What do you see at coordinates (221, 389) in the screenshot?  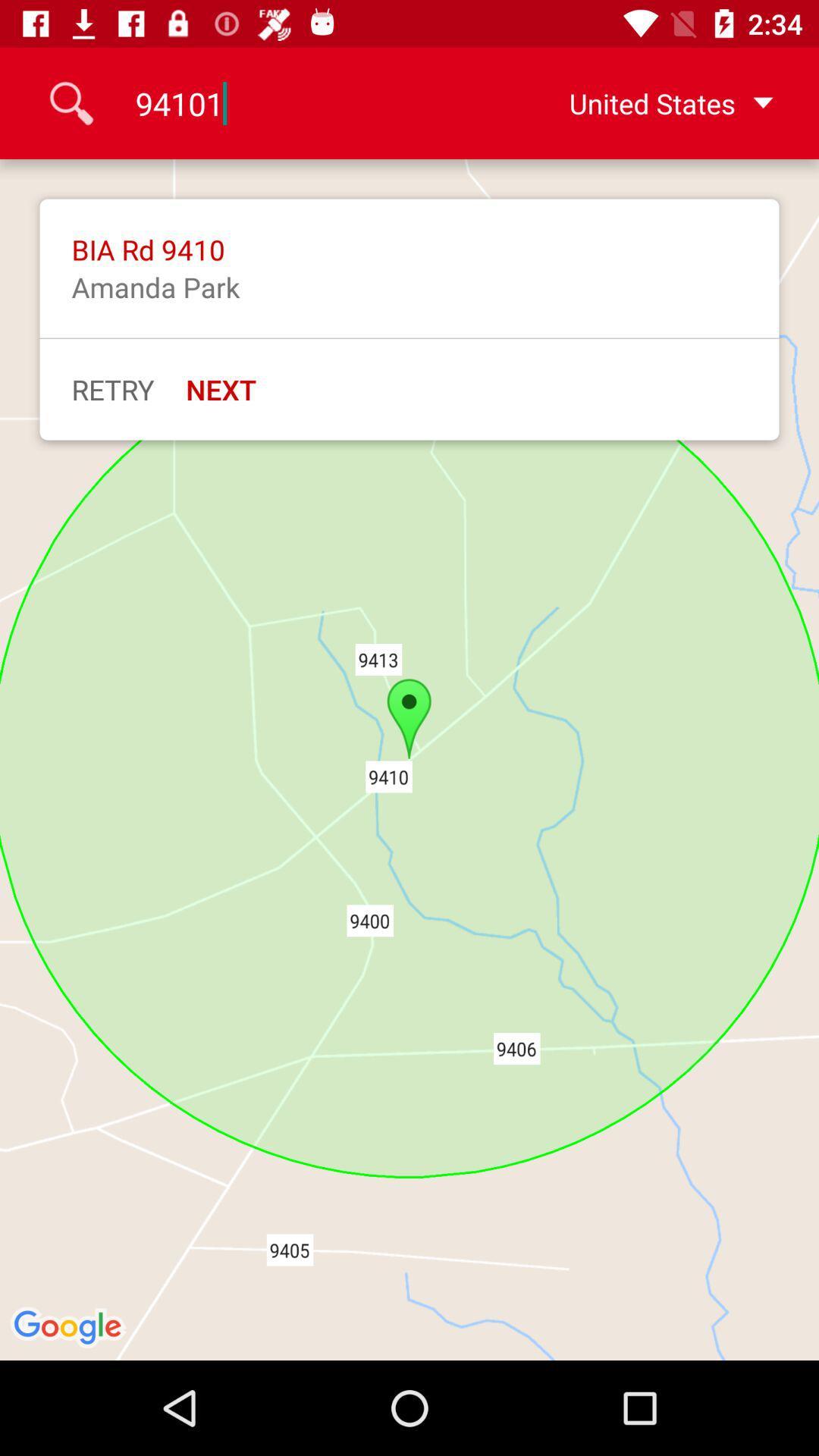 I see `item next to retry icon` at bounding box center [221, 389].